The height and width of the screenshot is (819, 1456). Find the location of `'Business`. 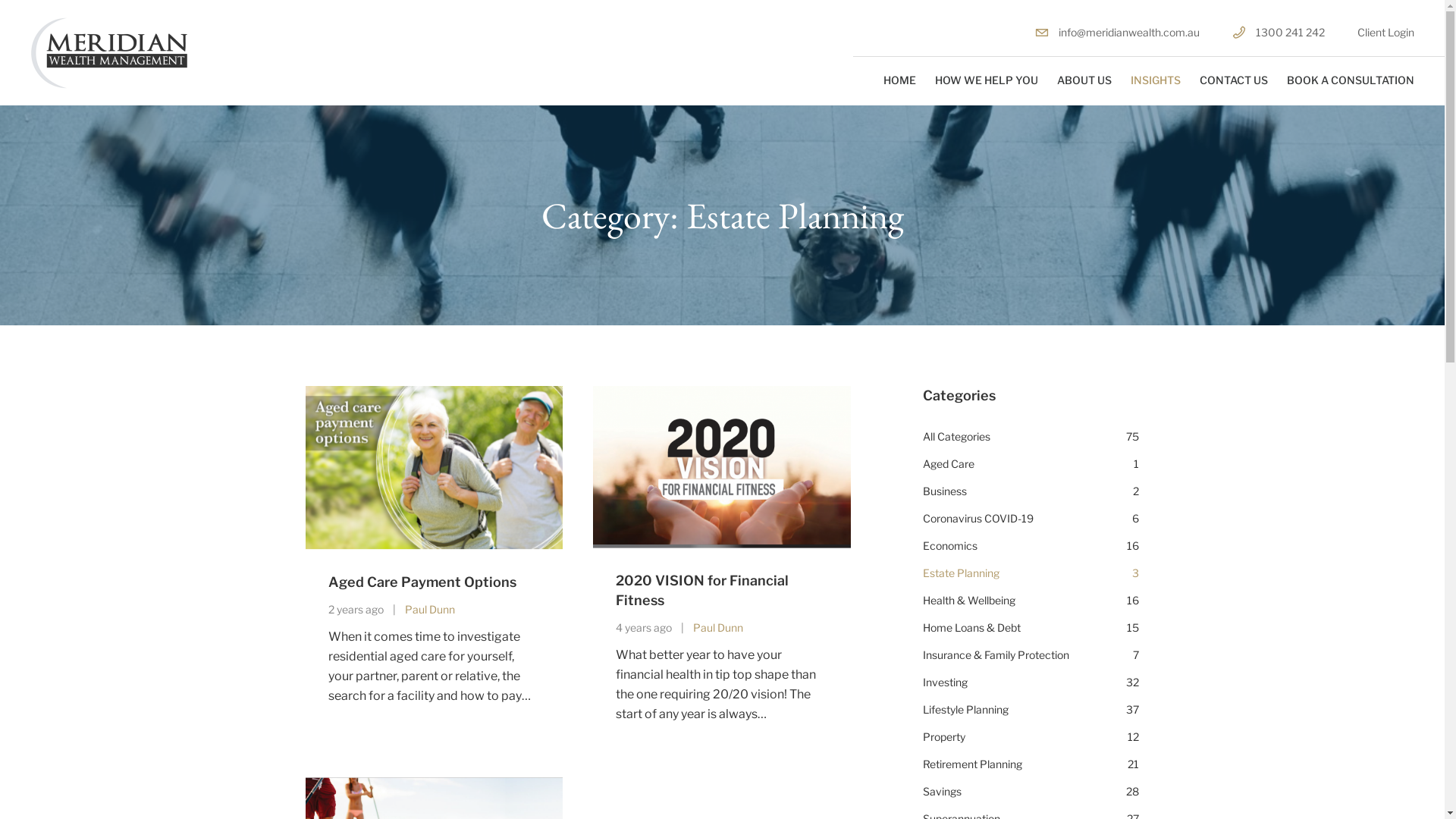

'Business is located at coordinates (1031, 491).